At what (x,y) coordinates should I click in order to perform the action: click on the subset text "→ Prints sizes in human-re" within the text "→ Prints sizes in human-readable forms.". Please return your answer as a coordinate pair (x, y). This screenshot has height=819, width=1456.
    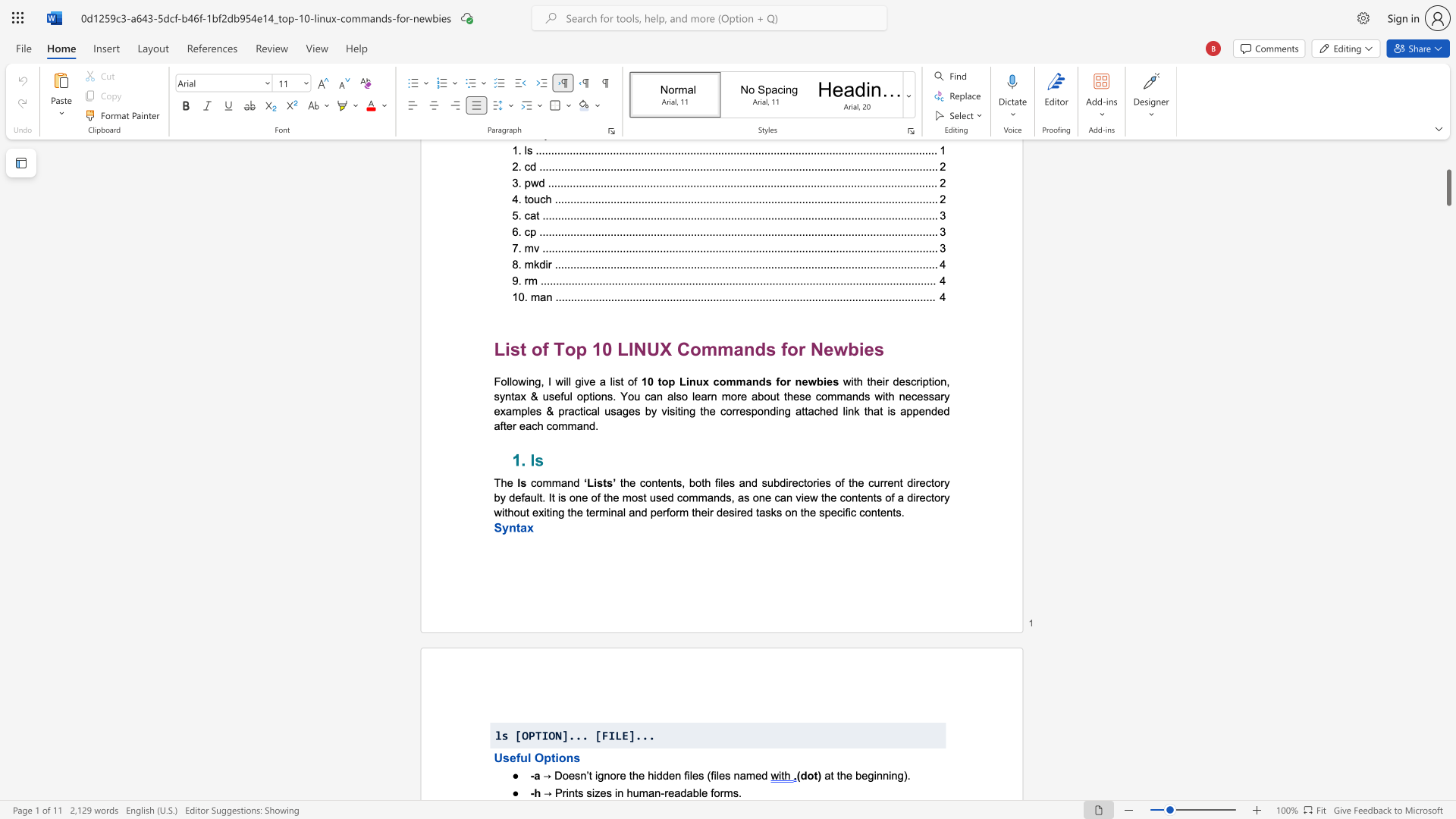
    Looking at the image, I should click on (544, 792).